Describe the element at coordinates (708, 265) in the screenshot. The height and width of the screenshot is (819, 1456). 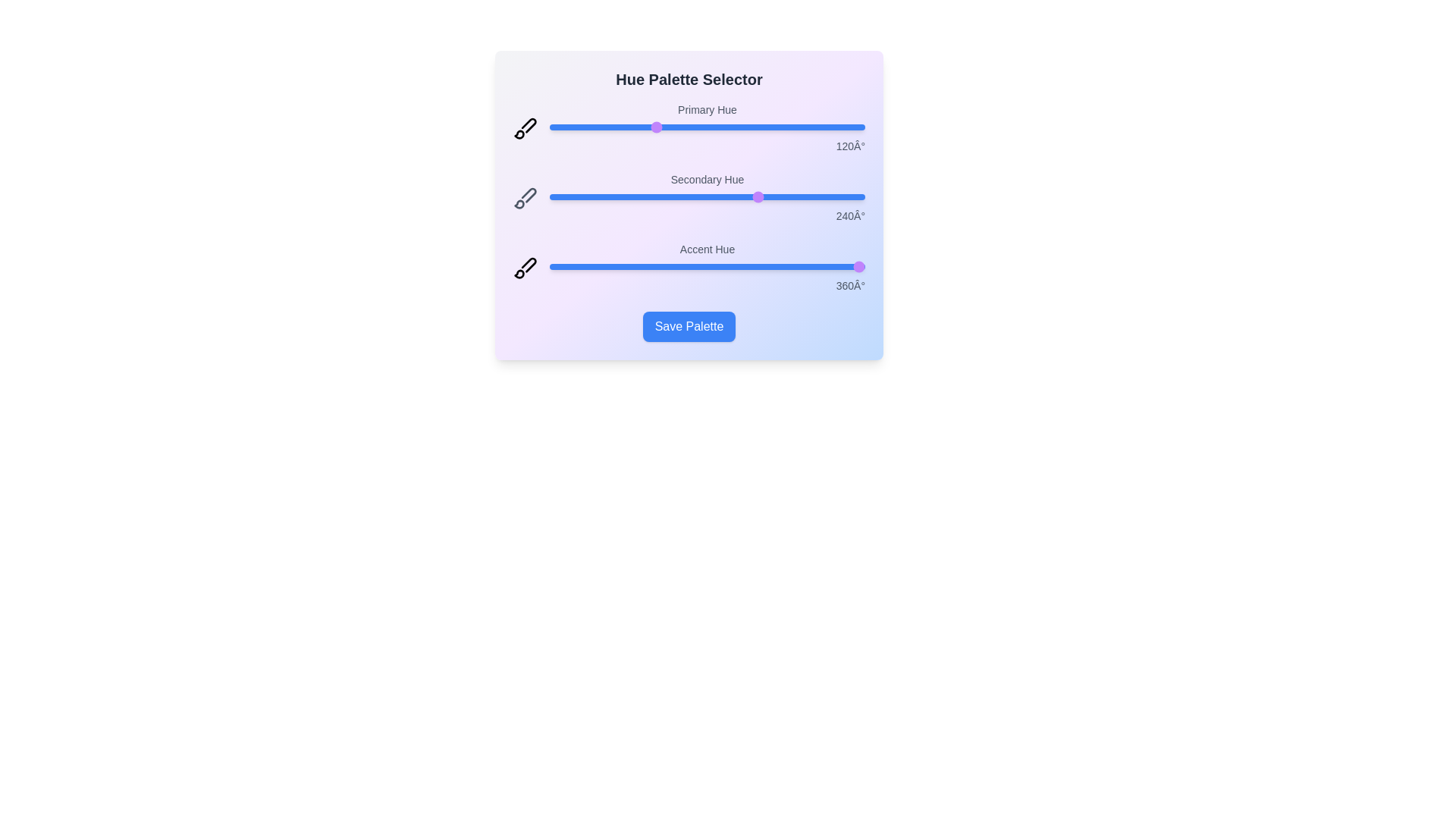
I see `the 'Accent Hue' slider to 181 degrees` at that location.